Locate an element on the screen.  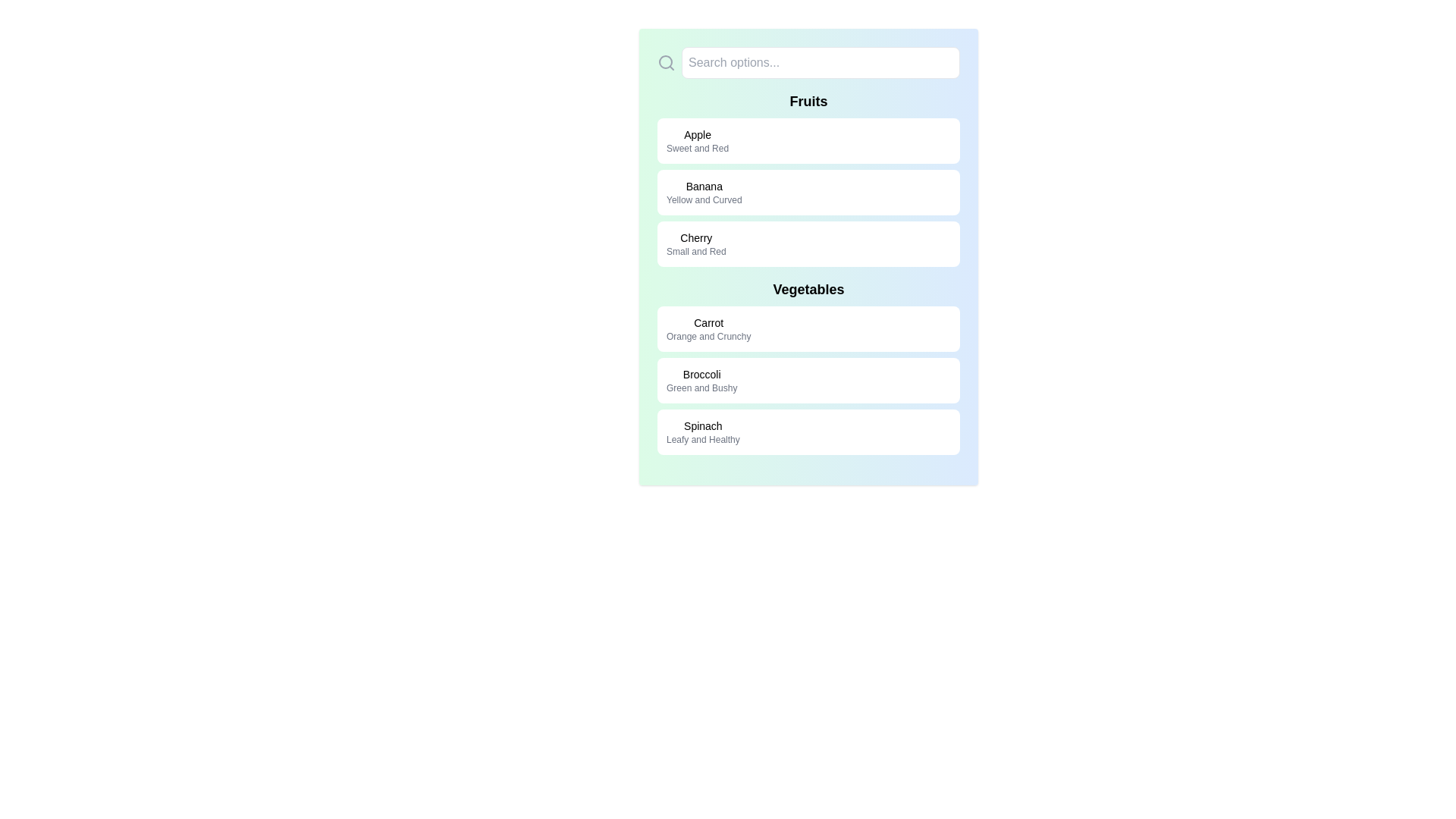
text label that provides details about the 'Apple' item, located vertically below the 'Apple' text in the 'Fruits' section is located at coordinates (697, 149).